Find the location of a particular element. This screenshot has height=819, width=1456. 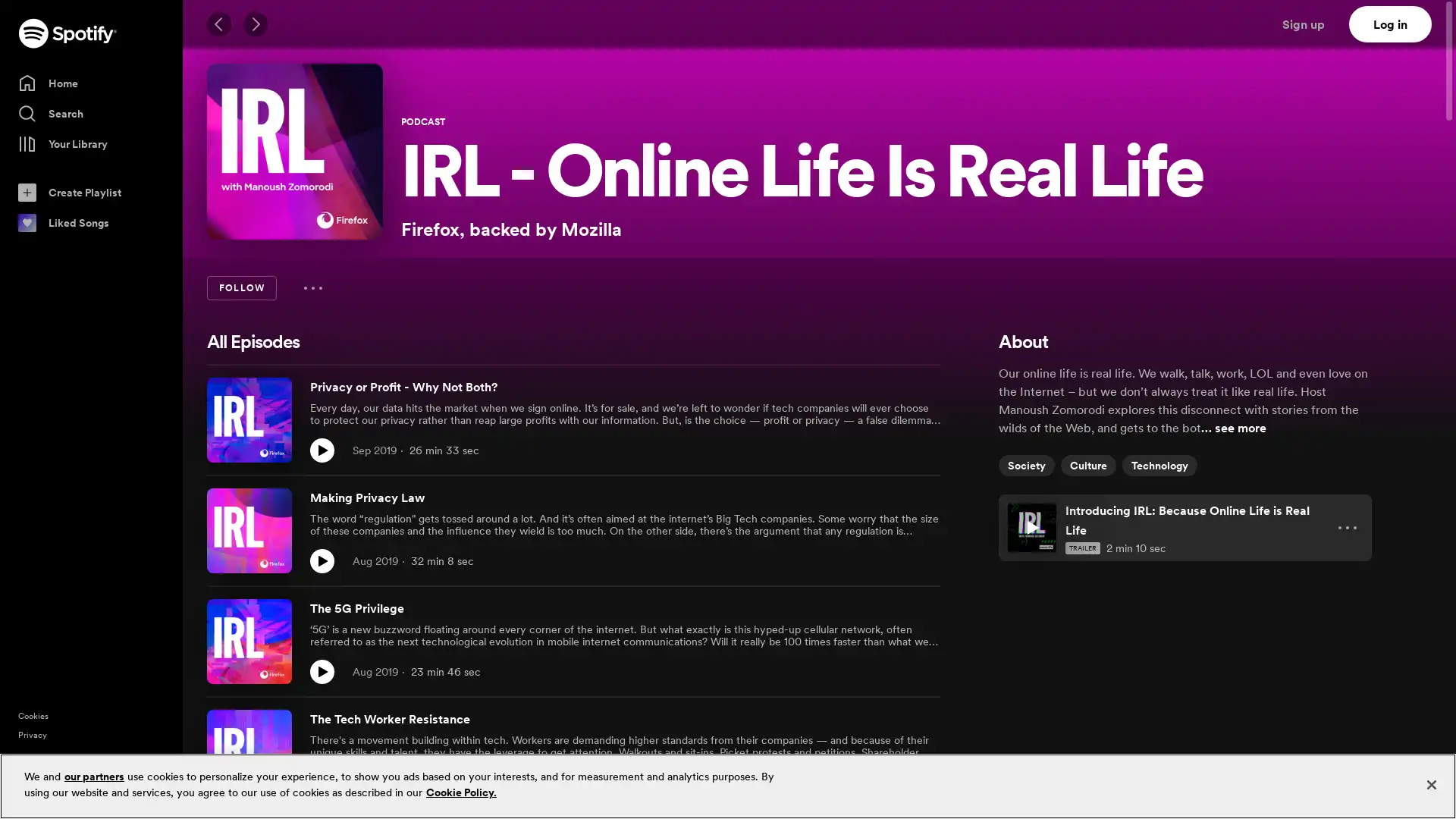

Play is located at coordinates (1031, 526).